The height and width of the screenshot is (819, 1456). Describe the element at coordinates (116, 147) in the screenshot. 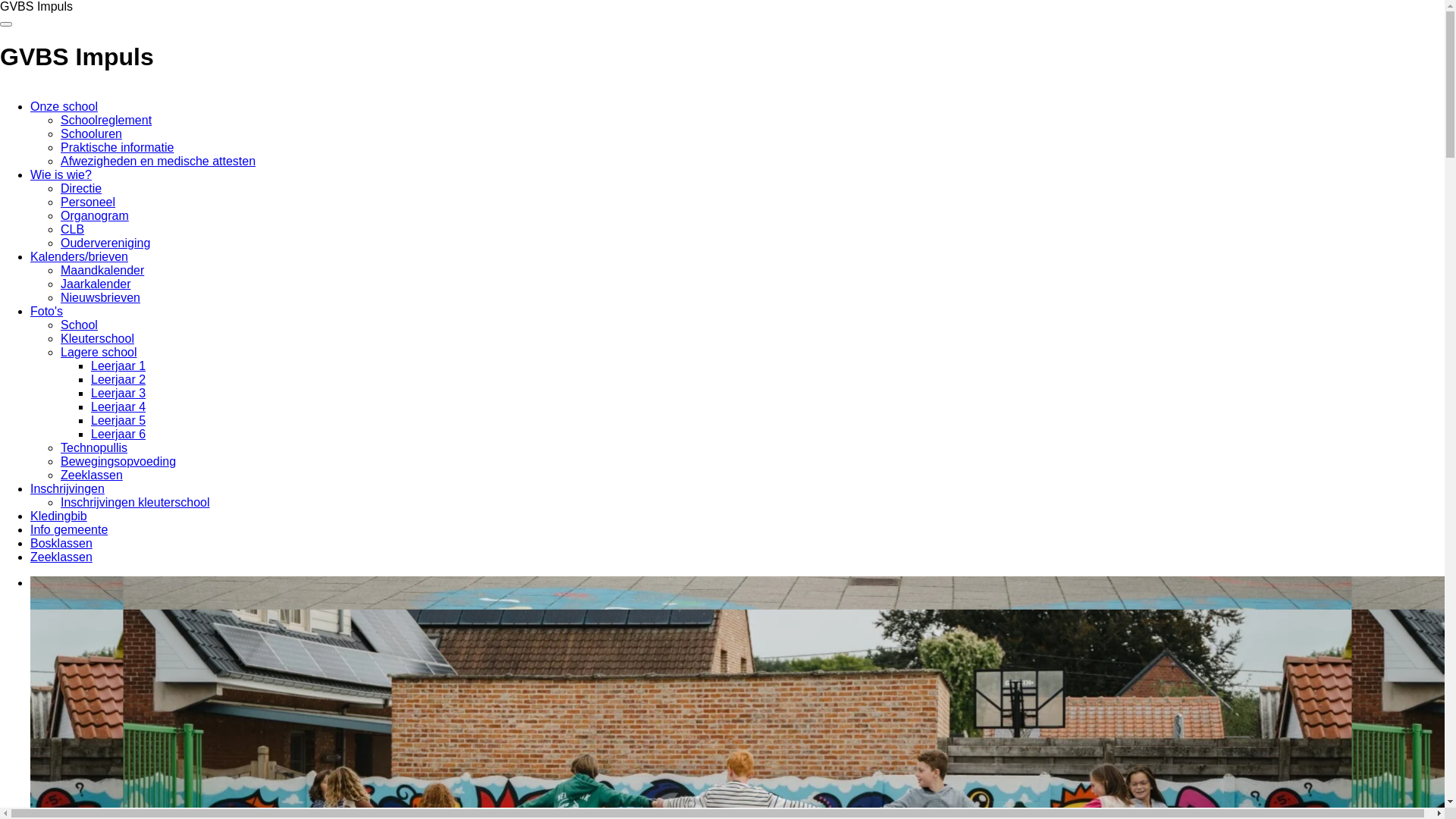

I see `'Praktische informatie'` at that location.